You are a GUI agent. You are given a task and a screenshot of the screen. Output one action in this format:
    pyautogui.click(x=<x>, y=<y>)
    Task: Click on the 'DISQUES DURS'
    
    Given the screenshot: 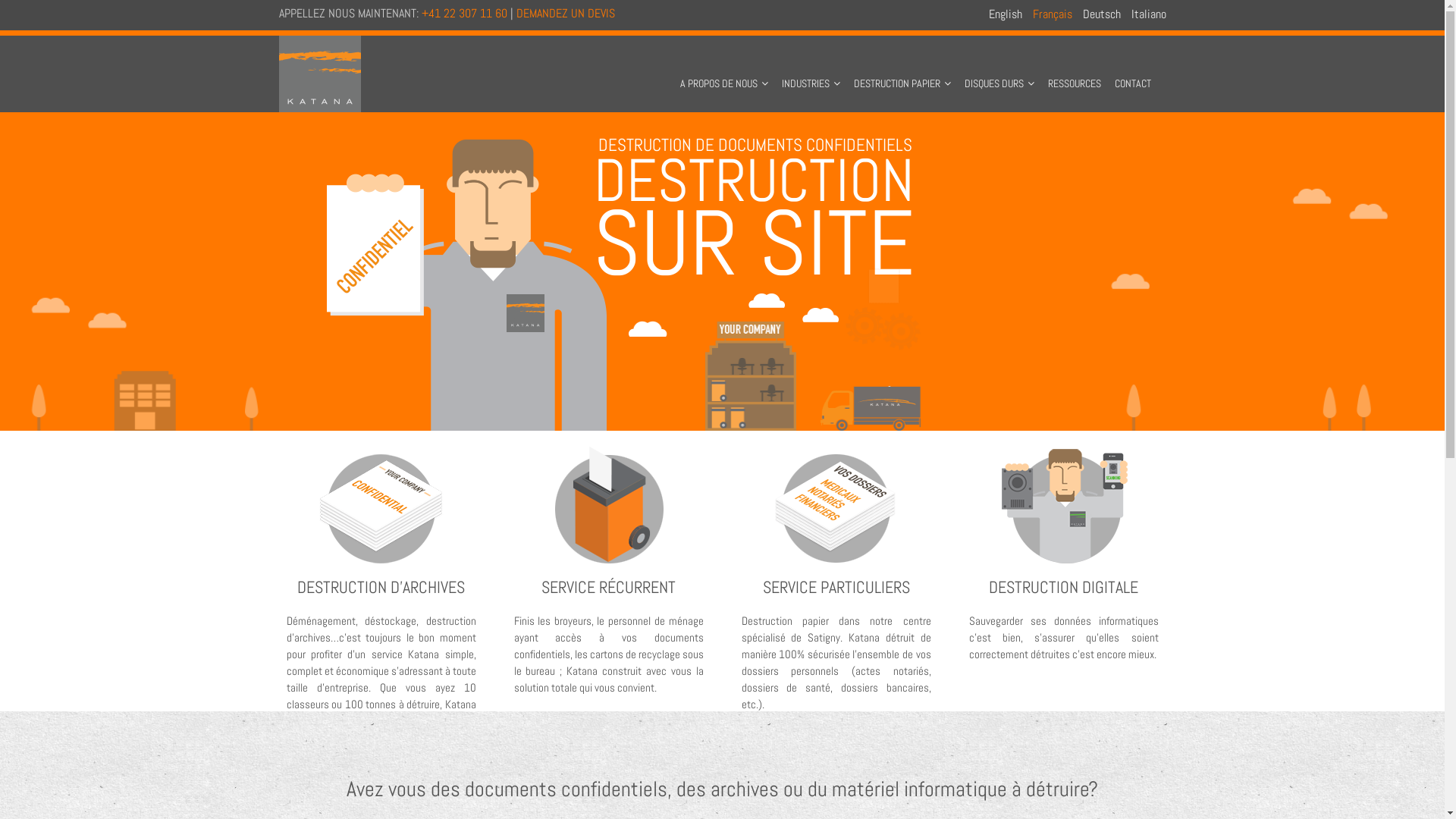 What is the action you would take?
    pyautogui.click(x=960, y=71)
    